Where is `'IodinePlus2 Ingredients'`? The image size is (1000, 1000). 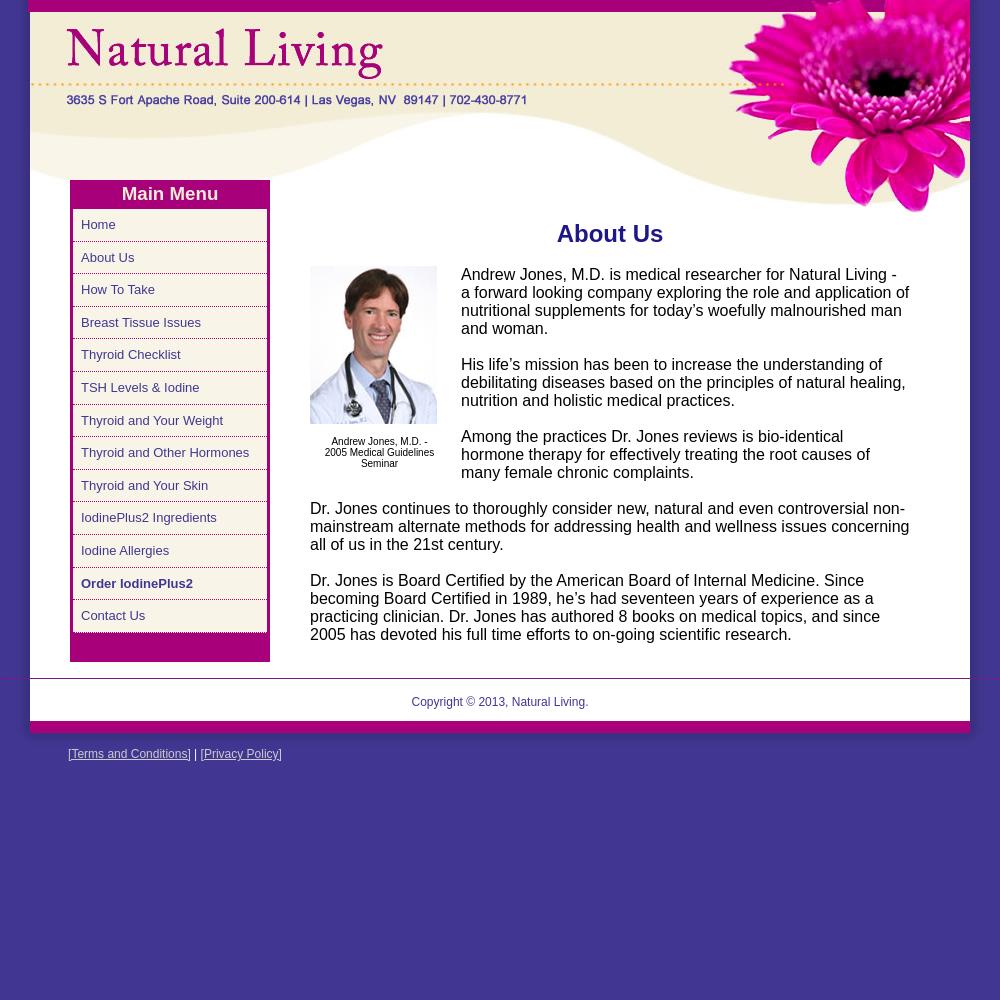 'IodinePlus2 Ingredients' is located at coordinates (148, 517).